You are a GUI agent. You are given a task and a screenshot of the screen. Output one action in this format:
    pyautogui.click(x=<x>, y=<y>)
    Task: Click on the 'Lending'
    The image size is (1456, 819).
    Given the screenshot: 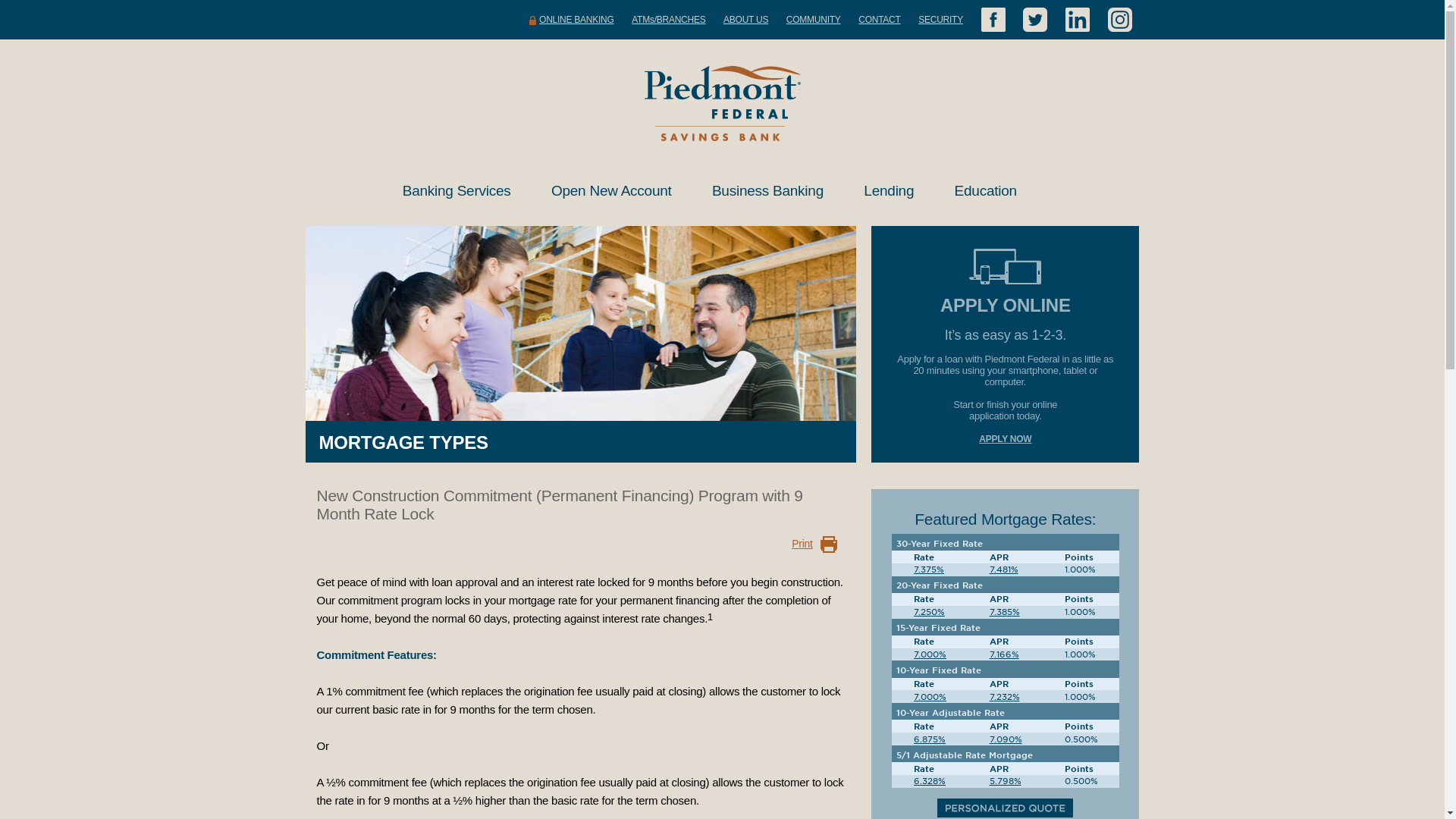 What is the action you would take?
    pyautogui.click(x=892, y=190)
    